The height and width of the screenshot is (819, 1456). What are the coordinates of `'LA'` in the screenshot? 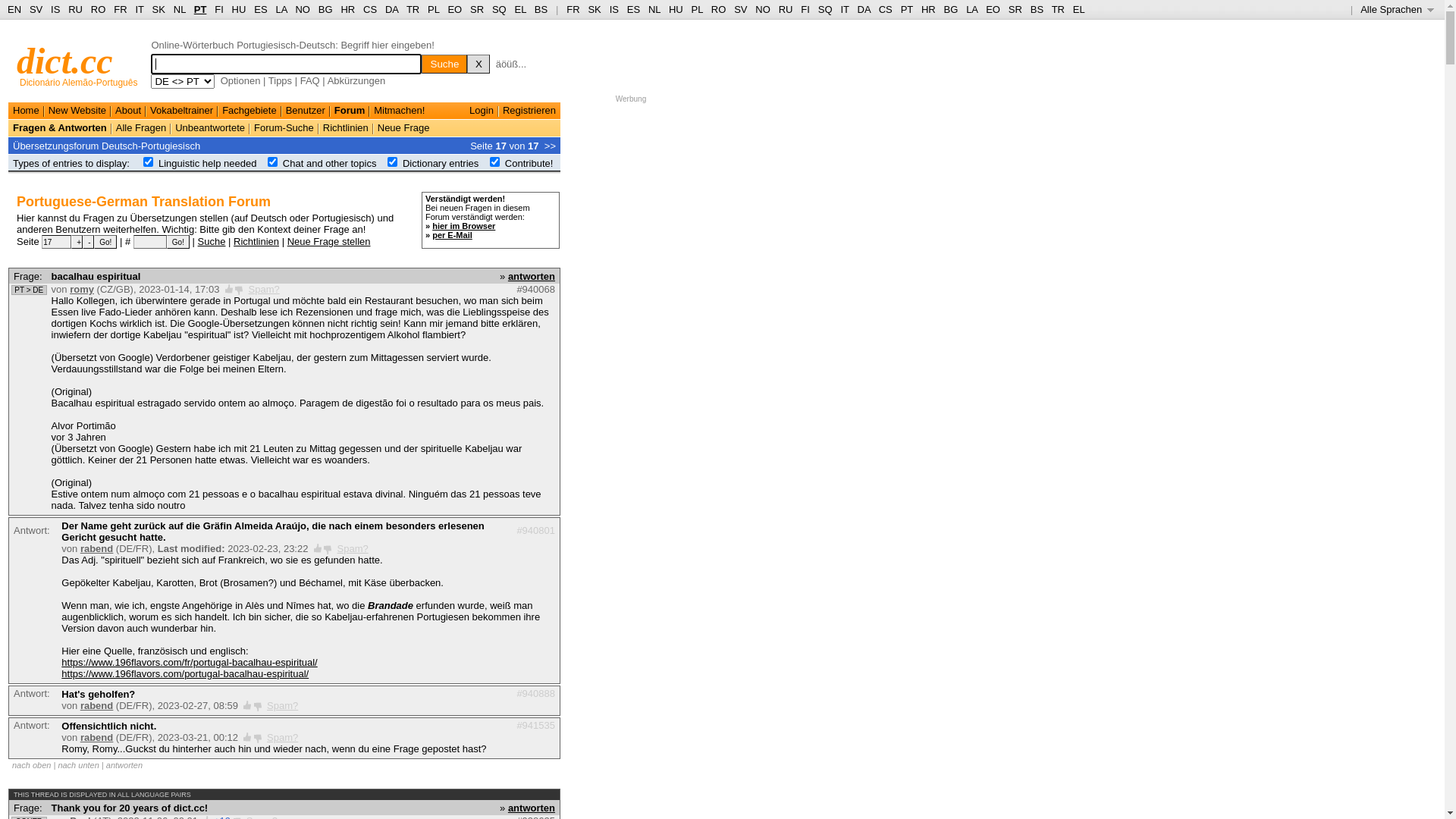 It's located at (971, 9).